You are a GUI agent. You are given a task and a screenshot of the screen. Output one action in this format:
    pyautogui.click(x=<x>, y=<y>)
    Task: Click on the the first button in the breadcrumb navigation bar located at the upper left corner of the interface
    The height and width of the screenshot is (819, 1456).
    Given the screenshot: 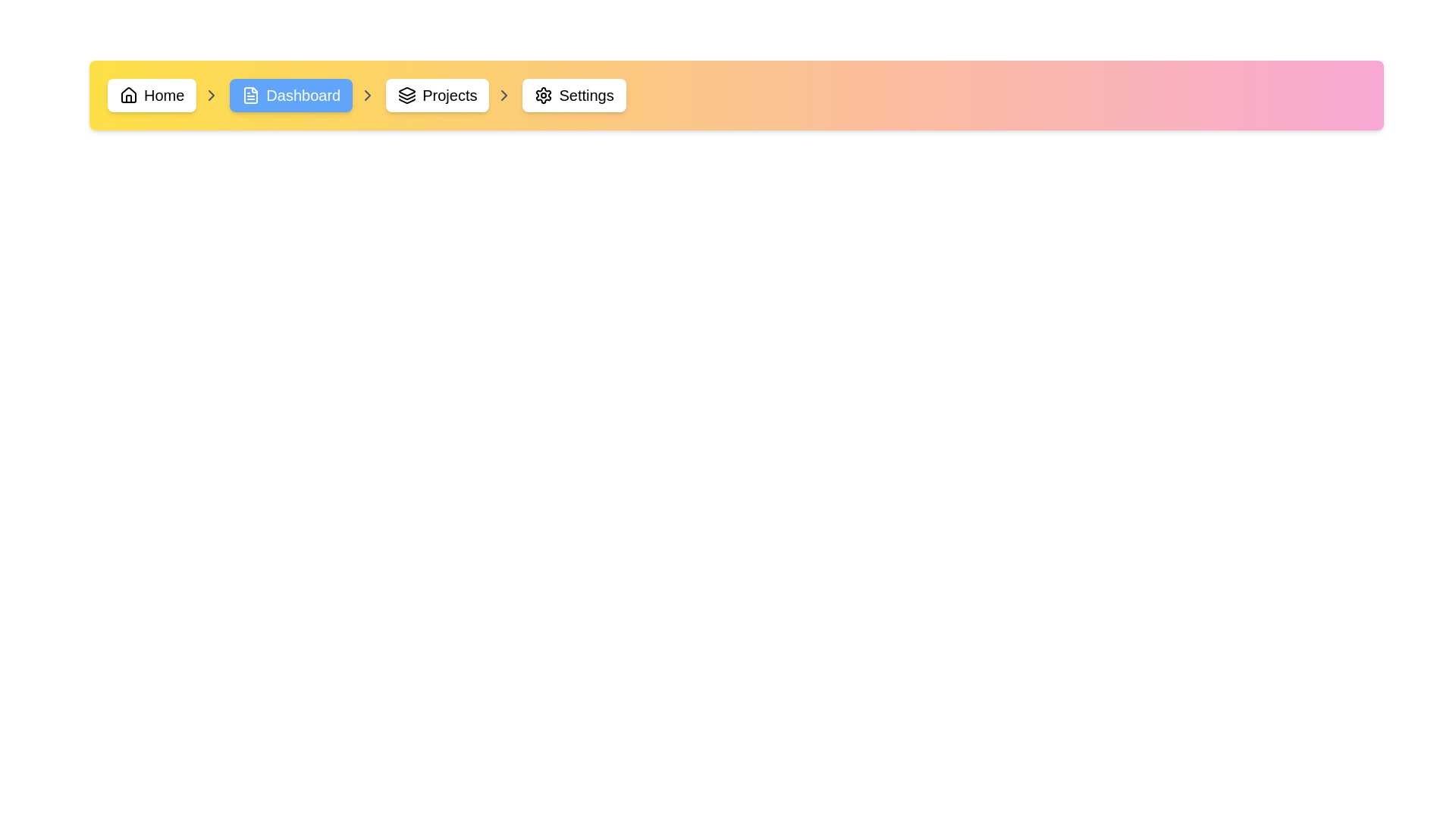 What is the action you would take?
    pyautogui.click(x=152, y=96)
    